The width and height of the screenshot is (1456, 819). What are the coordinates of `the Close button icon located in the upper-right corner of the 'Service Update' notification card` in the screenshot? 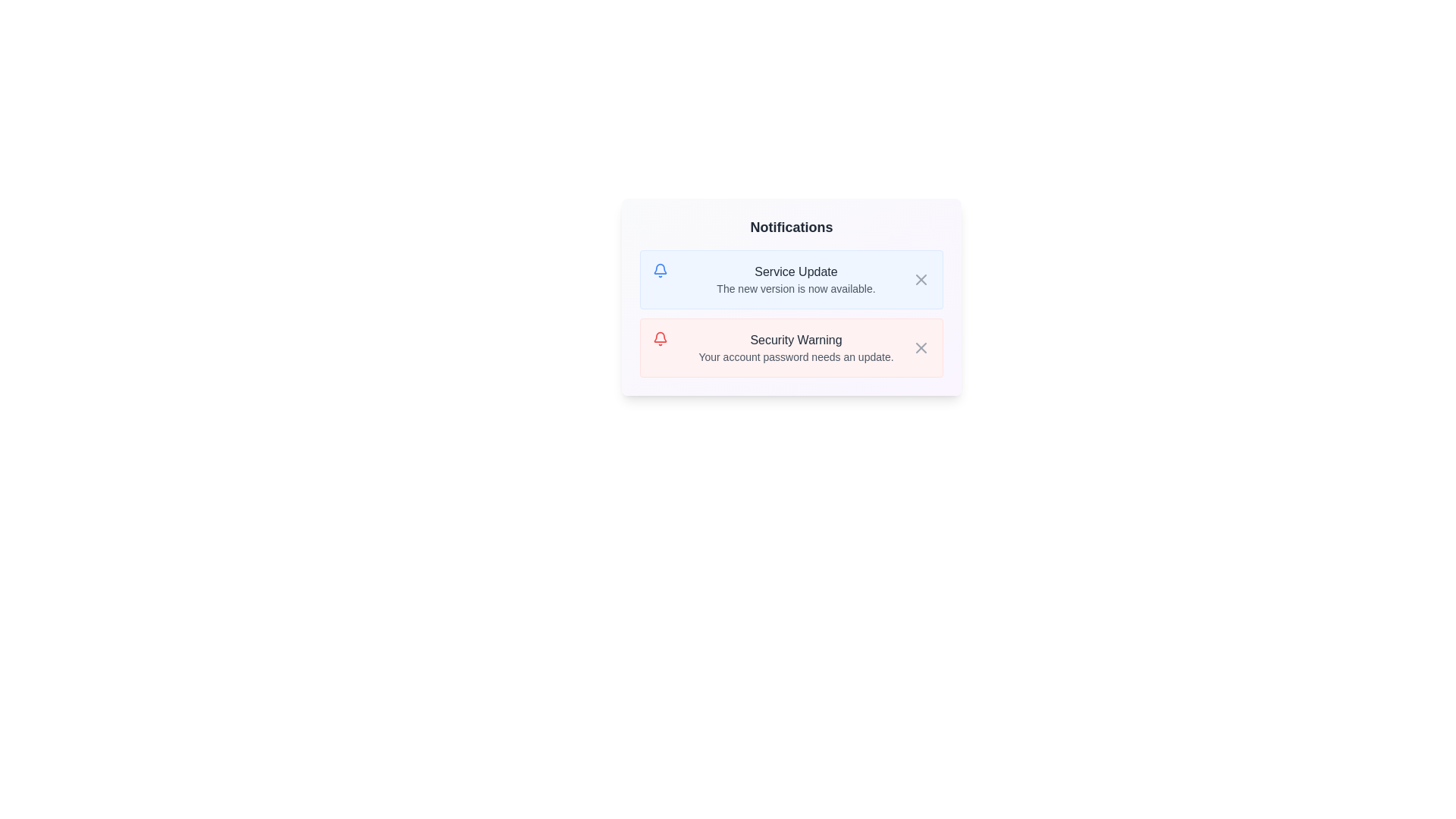 It's located at (920, 280).